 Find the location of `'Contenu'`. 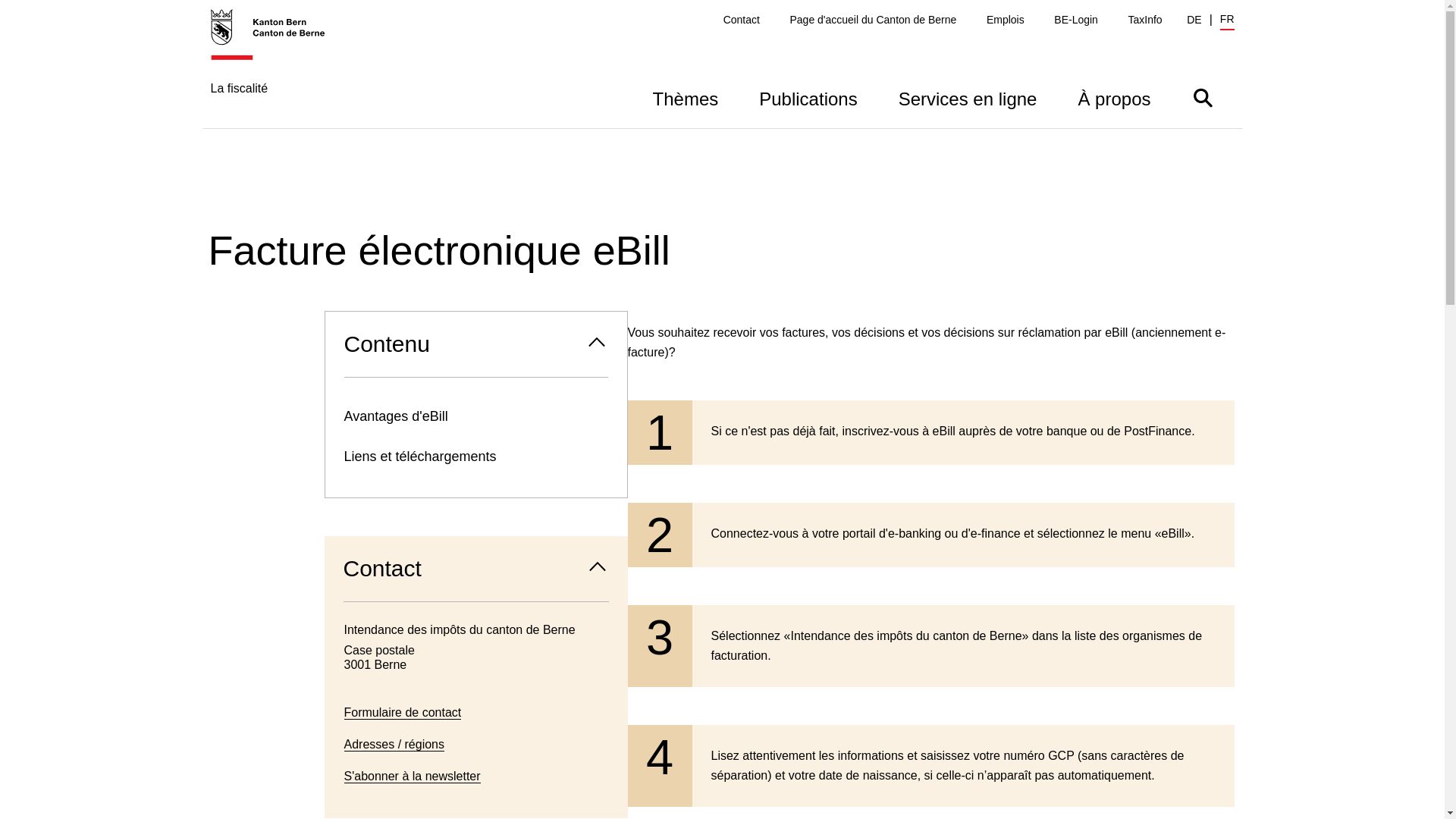

'Contenu' is located at coordinates (475, 344).